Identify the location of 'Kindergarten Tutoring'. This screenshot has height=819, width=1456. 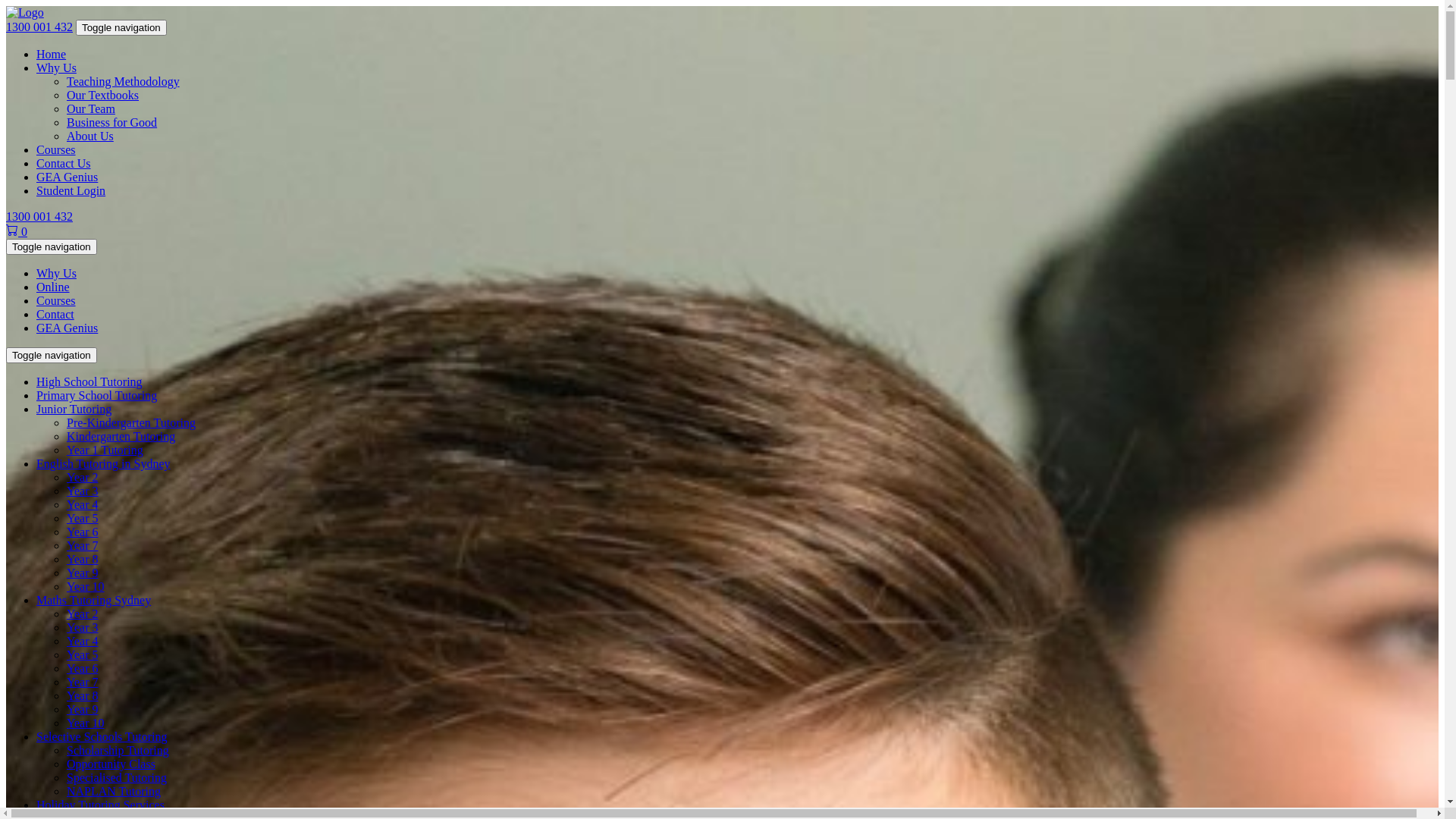
(65, 436).